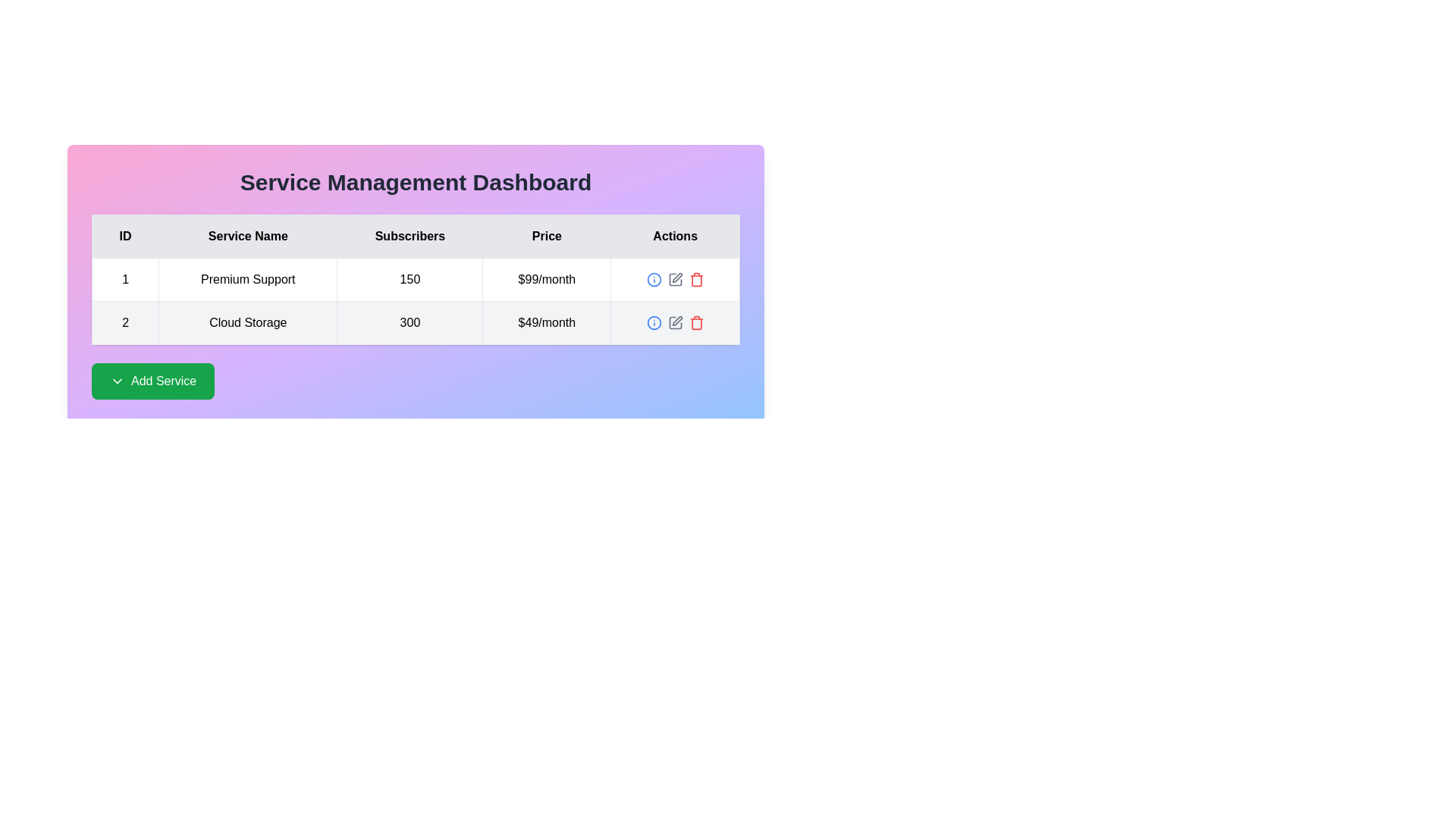 The height and width of the screenshot is (819, 1456). Describe the element at coordinates (674, 322) in the screenshot. I see `the Icon button in the second row of the table under the 'Actions' column to change its style` at that location.